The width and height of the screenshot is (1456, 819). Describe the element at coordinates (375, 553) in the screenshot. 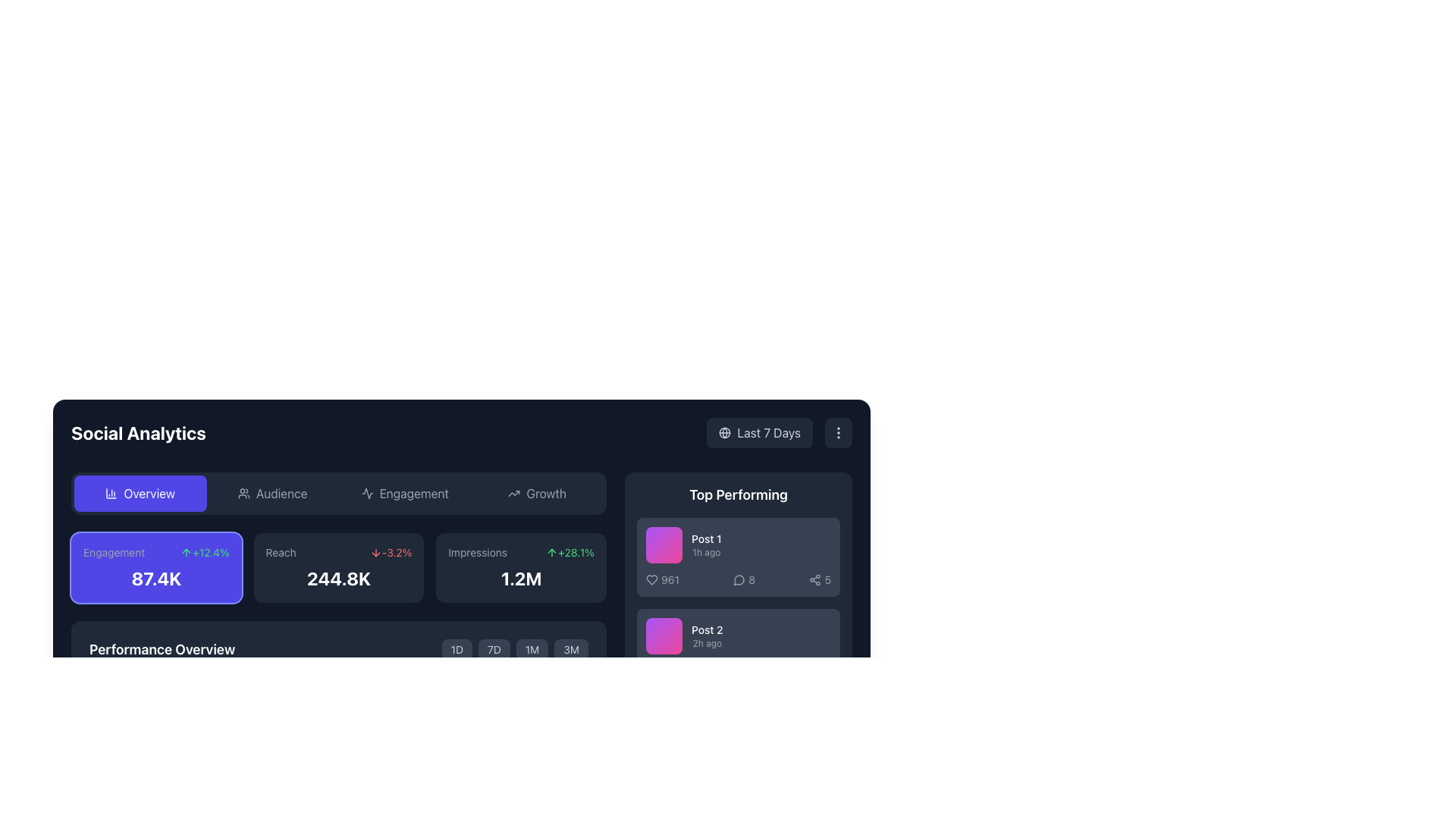

I see `the arrow icon indicating a negative trend in the 'Reach' metric, located adjacent to the '-3.2%' label` at that location.